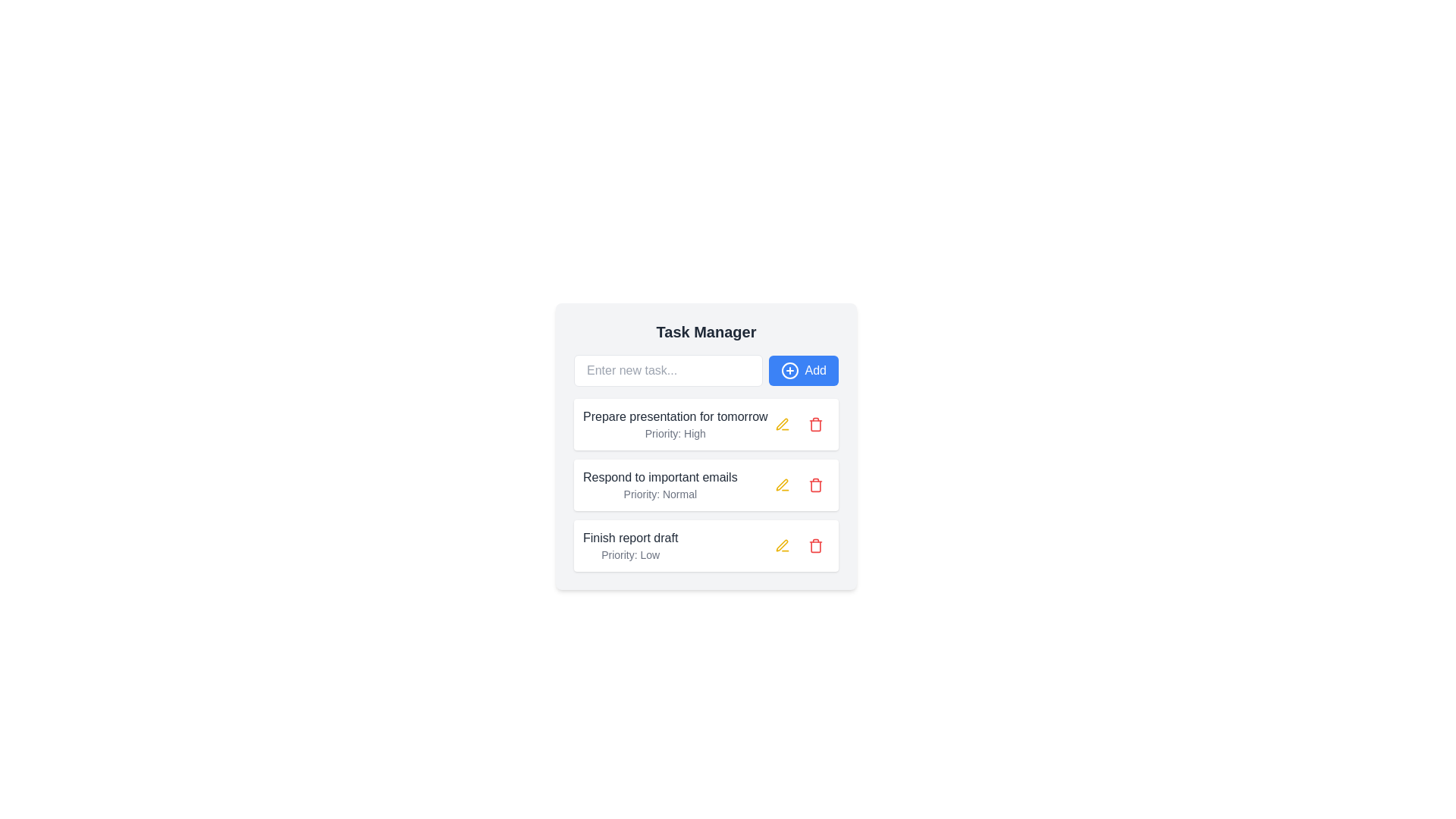  Describe the element at coordinates (814, 546) in the screenshot. I see `the delete button located in the lower-right corner of the 'Finish report draft' list item in the 'Task Manager' interface` at that location.